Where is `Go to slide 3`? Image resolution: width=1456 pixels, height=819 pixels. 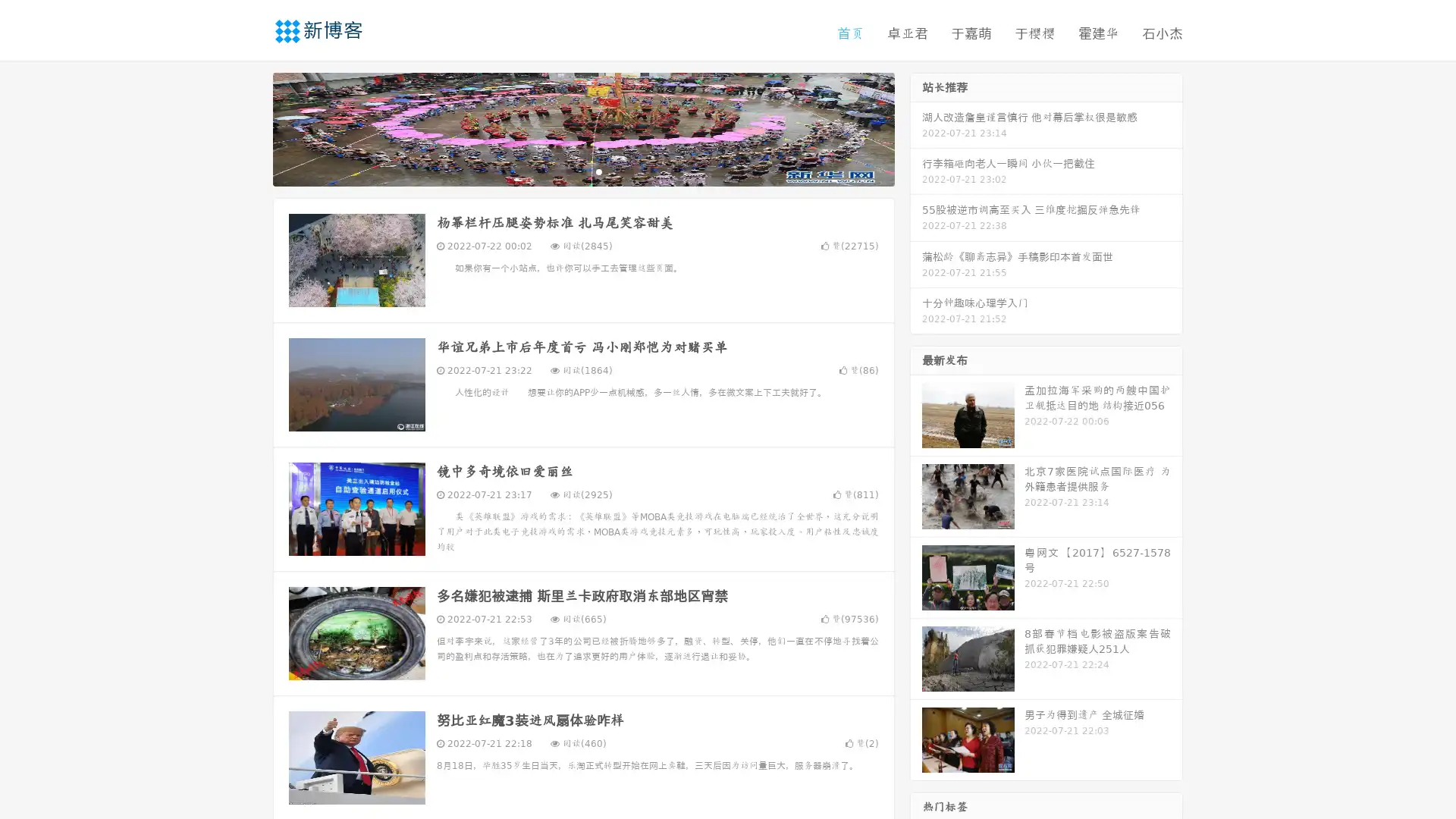
Go to slide 3 is located at coordinates (598, 171).